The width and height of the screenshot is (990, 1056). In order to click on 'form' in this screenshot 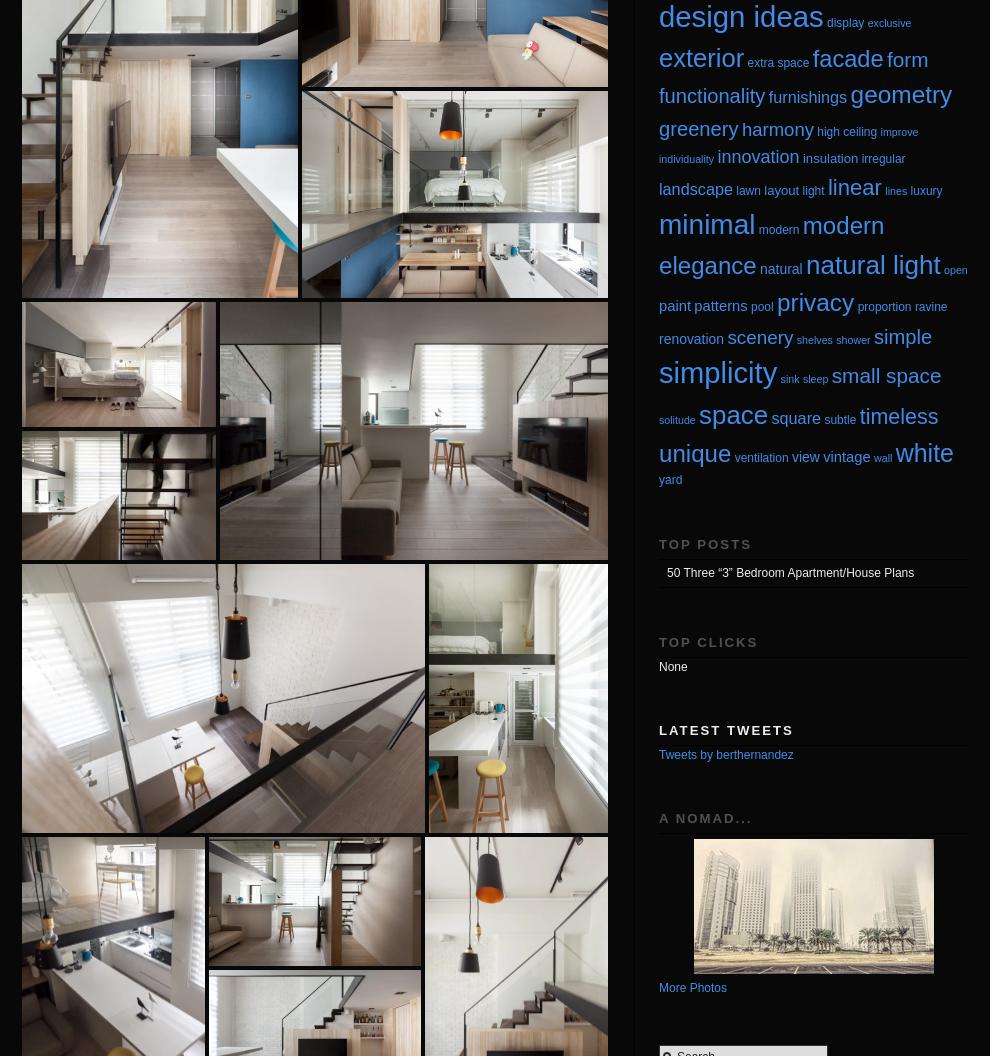, I will do `click(906, 58)`.